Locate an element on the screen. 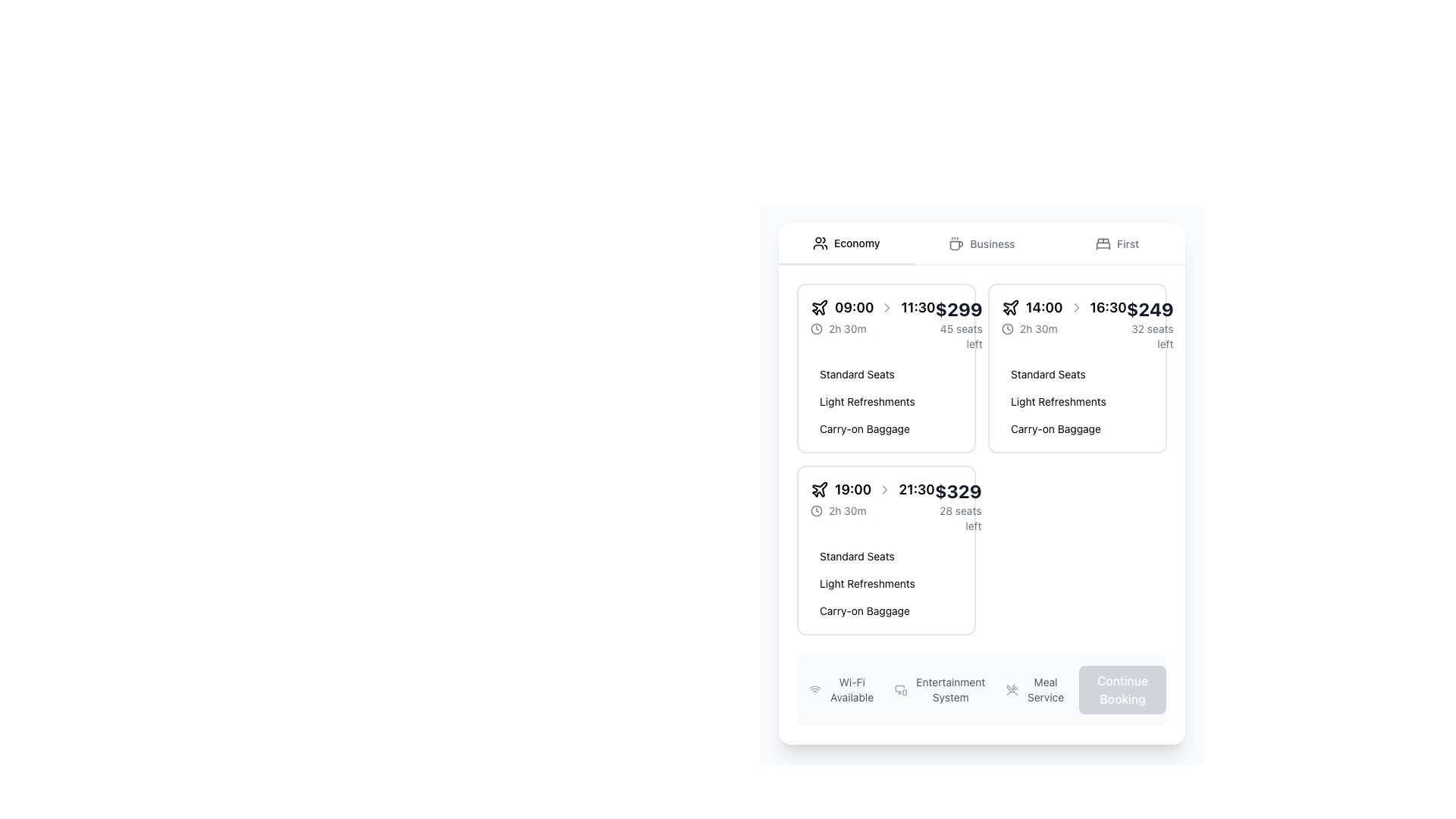 This screenshot has width=1456, height=819. the second text label that indicates the inclusion of light refreshments in the flight package, located in the flight information section under the details for the flight departing at 14:00 is located at coordinates (1057, 400).